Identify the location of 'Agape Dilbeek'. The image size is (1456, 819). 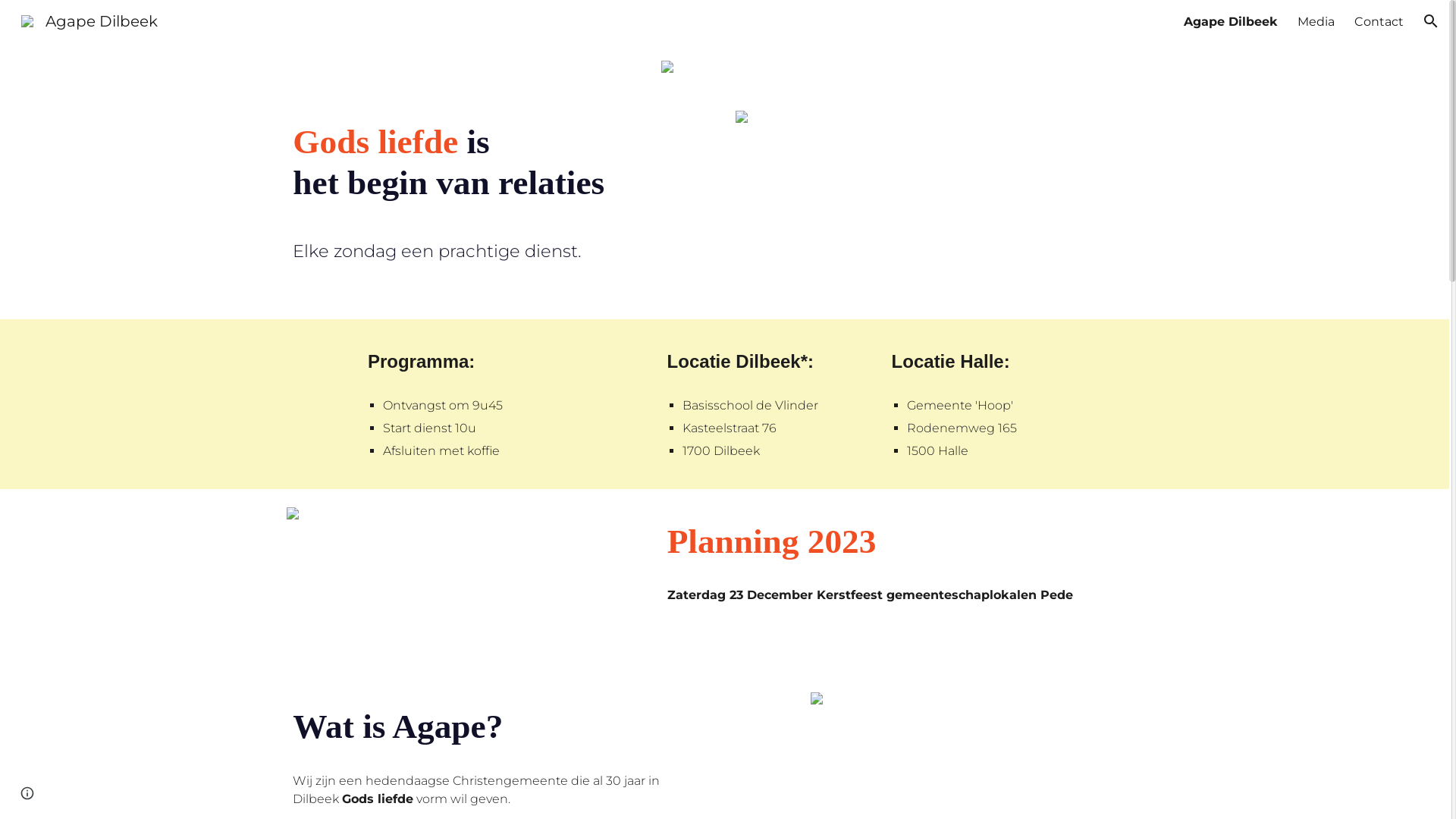
(1230, 20).